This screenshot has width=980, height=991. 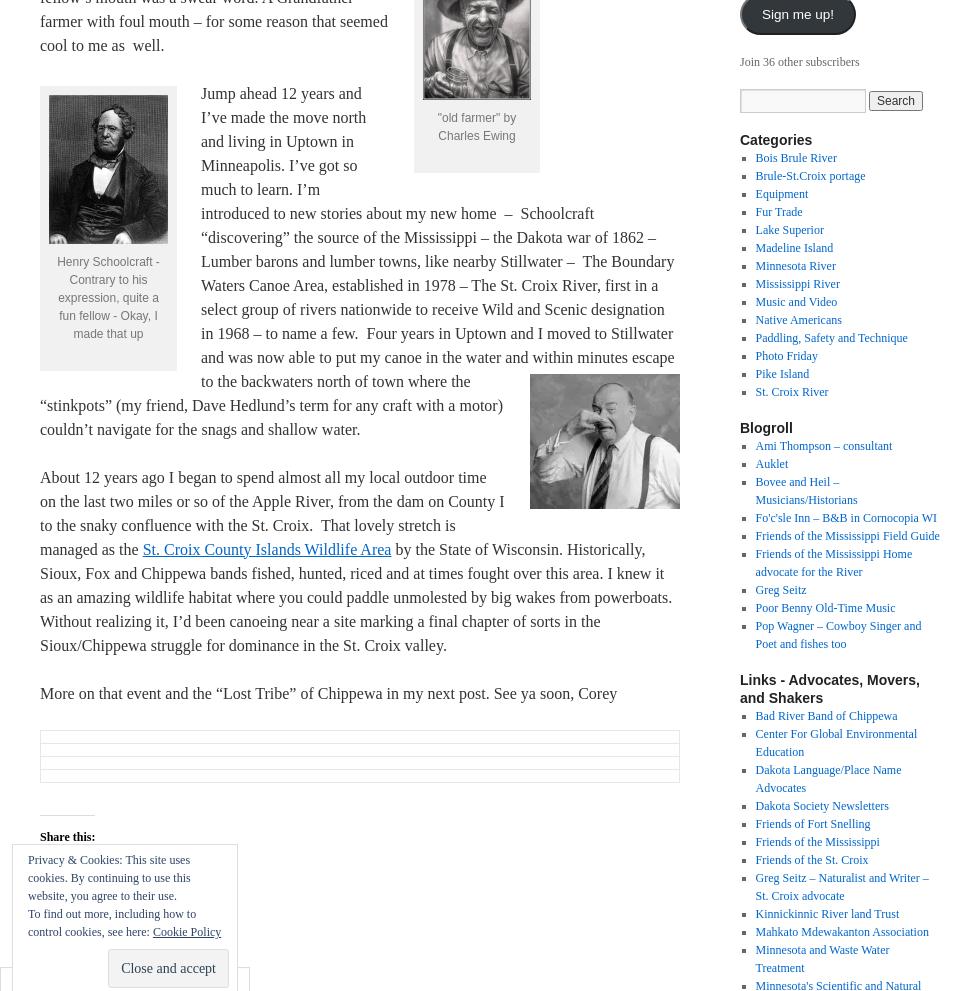 I want to click on 'Fur Trade', so click(x=778, y=210).